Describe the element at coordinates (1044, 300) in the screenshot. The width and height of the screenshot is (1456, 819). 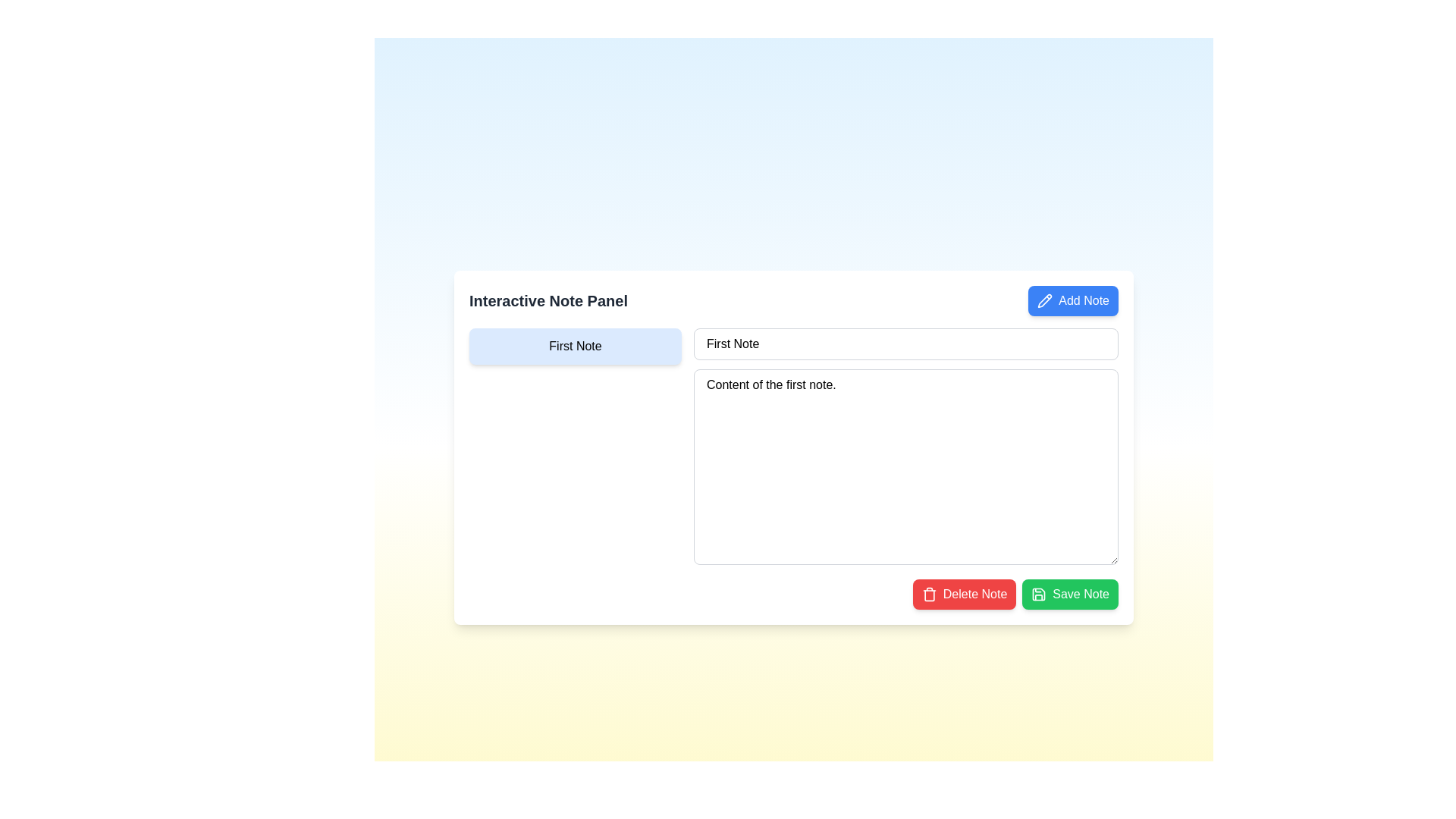
I see `the pencil icon with a blue background located within the 'Add Note' button in the top-right corner of the note panel interface` at that location.